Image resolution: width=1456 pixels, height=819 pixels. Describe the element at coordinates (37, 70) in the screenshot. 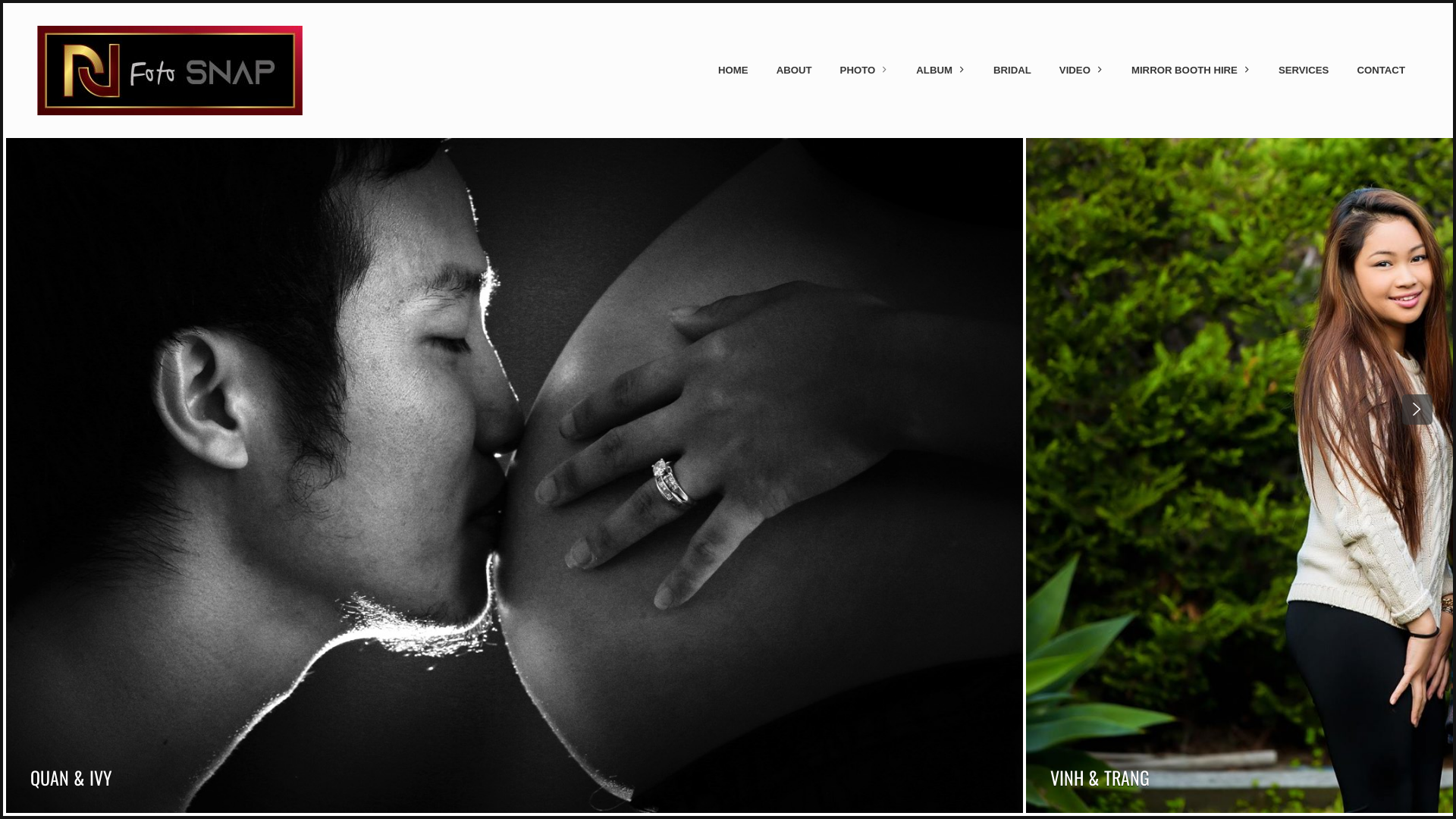

I see `'Skip to content'` at that location.